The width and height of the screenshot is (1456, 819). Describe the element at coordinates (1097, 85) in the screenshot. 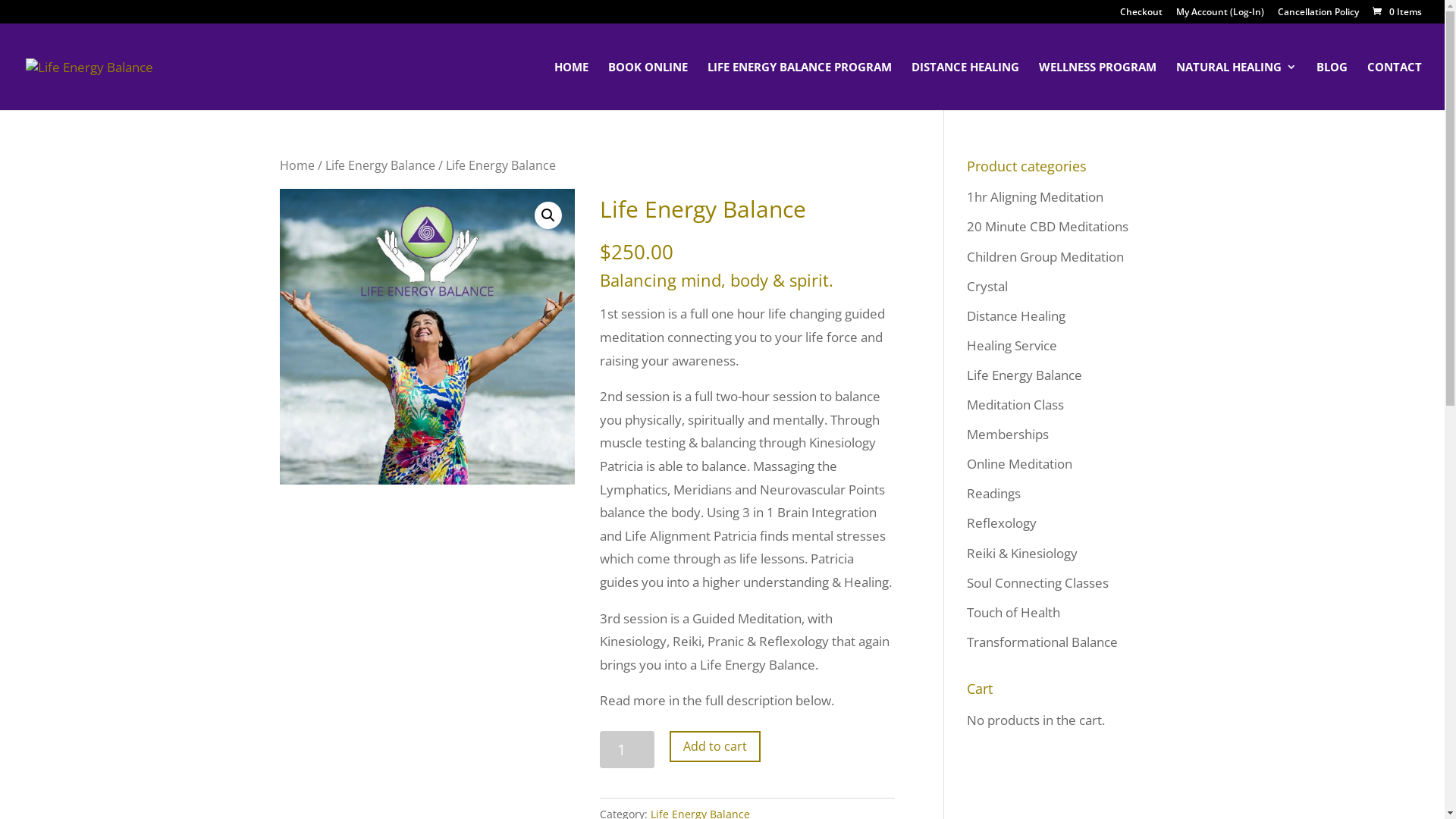

I see `'WELLNESS PROGRAM'` at that location.